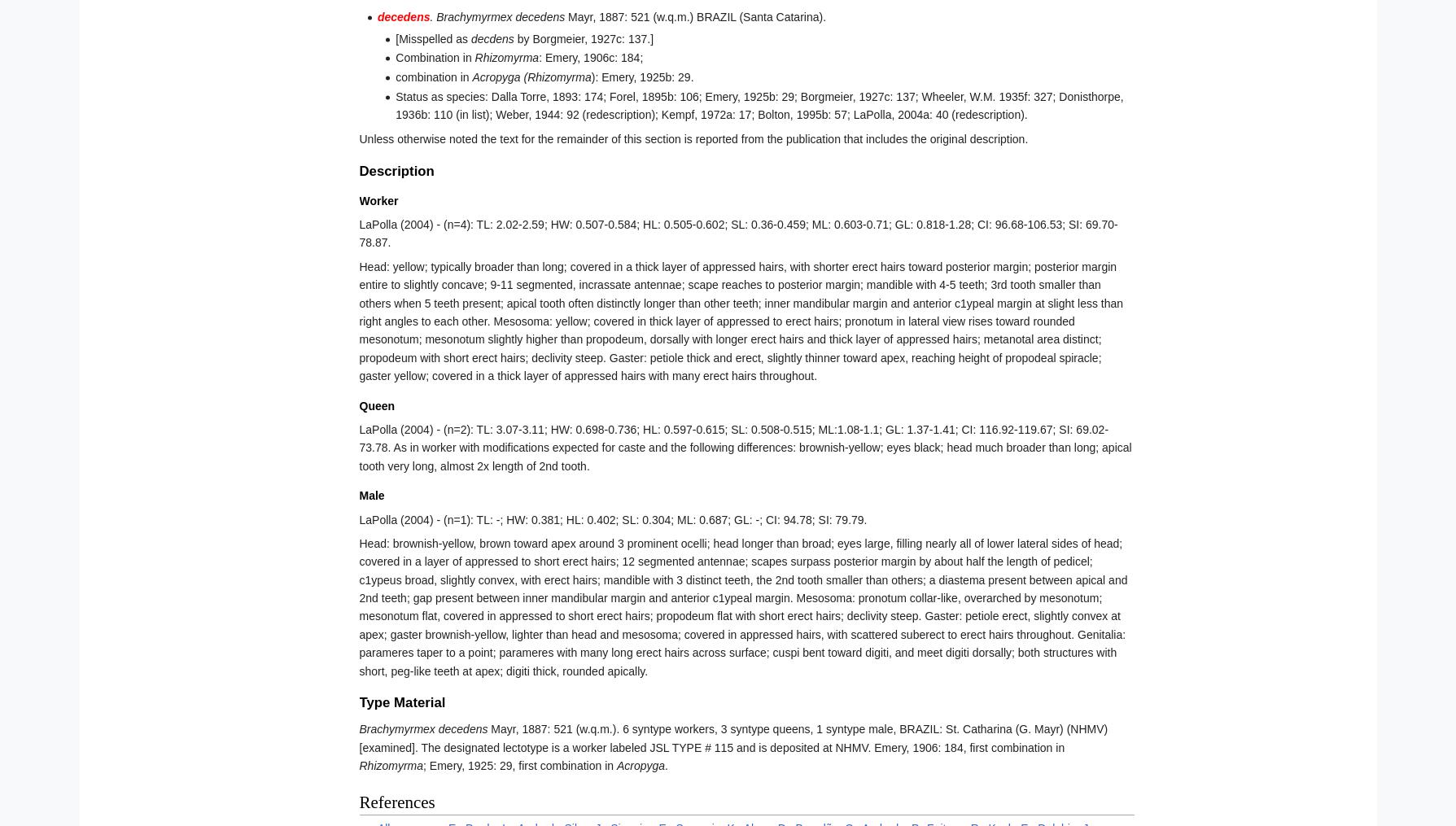 Image resolution: width=1456 pixels, height=826 pixels. Describe the element at coordinates (640, 765) in the screenshot. I see `'Acropyga'` at that location.